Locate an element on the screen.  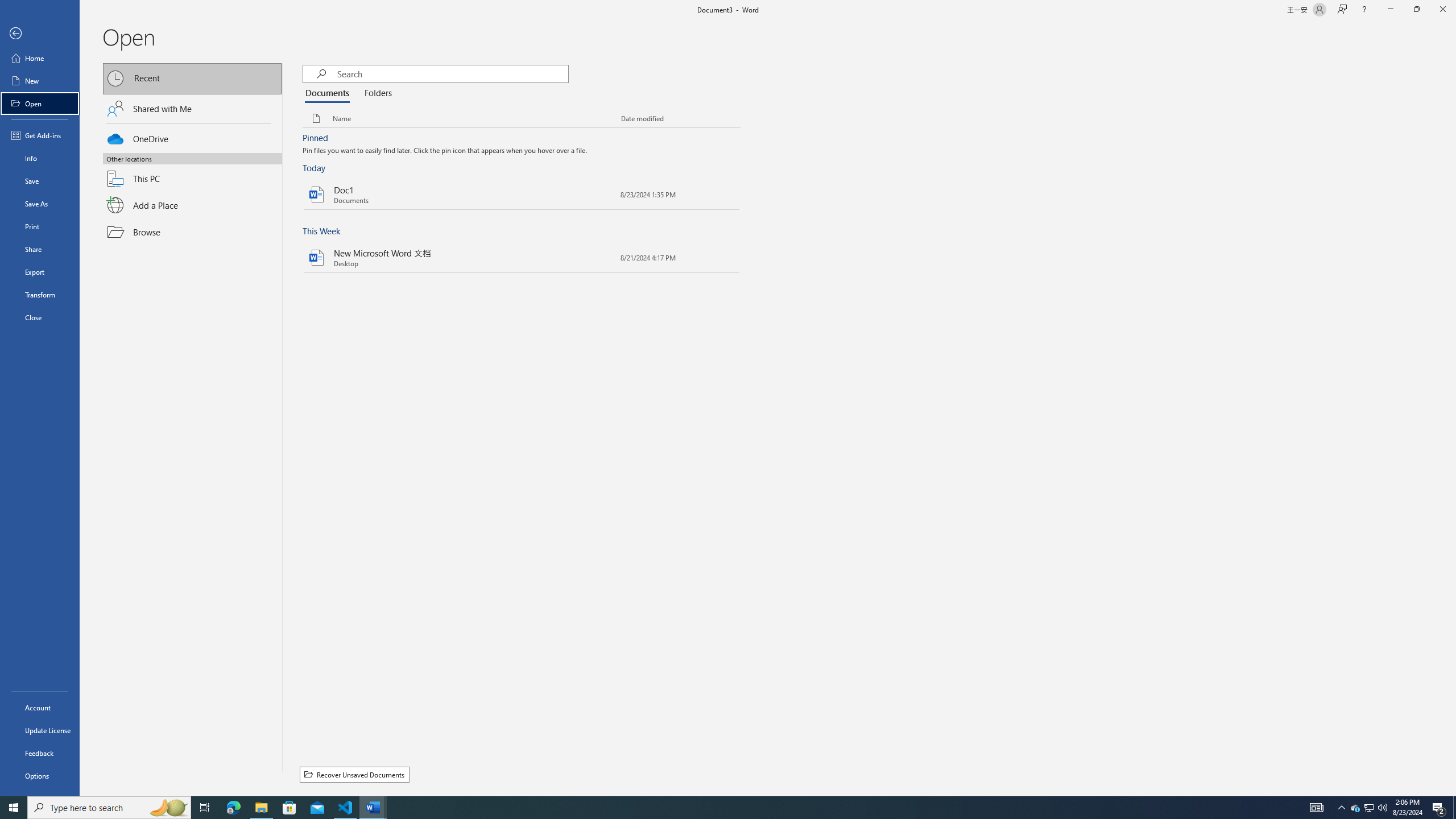
'Browse' is located at coordinates (192, 231).